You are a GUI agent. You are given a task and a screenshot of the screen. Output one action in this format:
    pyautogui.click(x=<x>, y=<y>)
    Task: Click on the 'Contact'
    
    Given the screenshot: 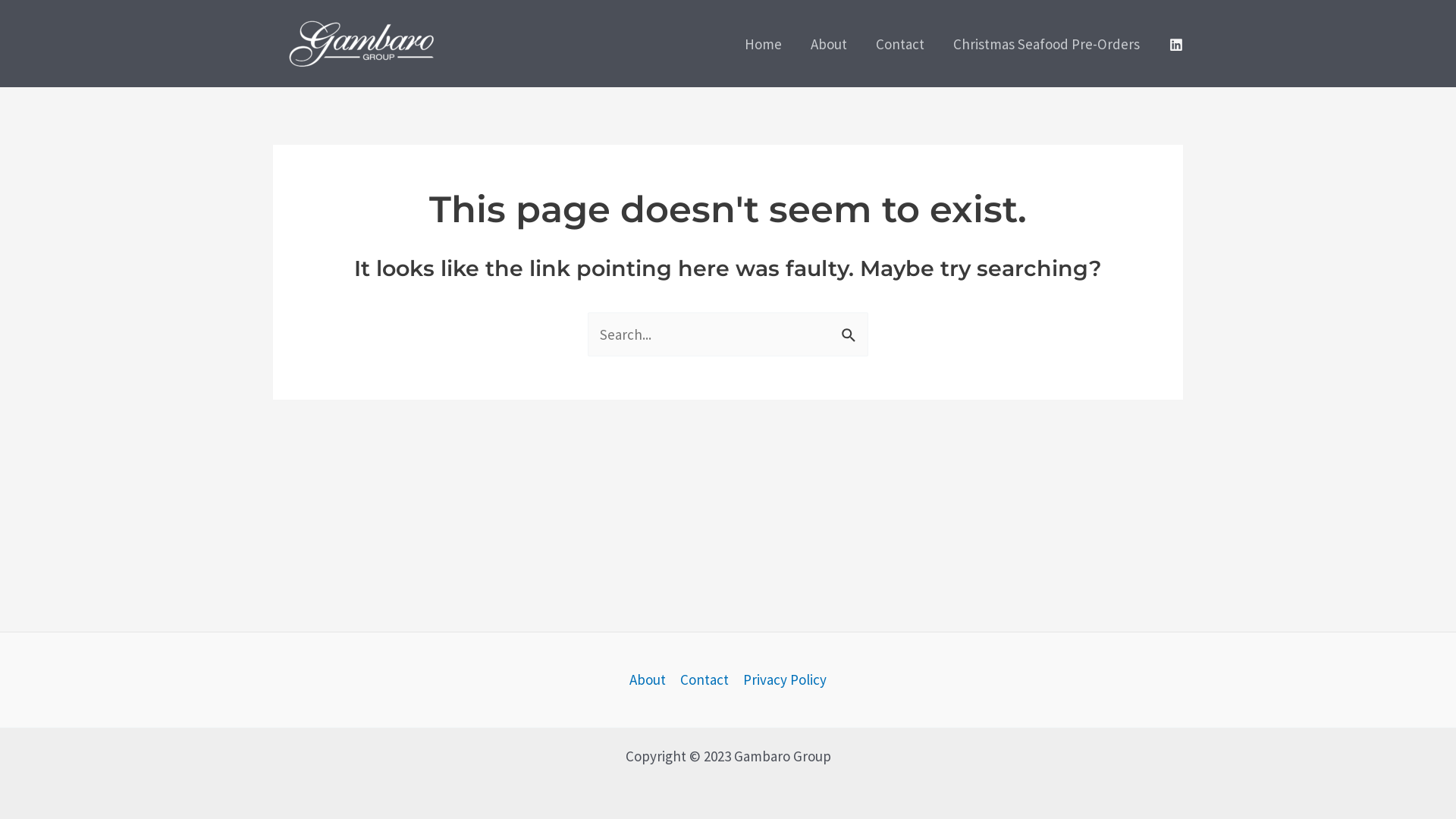 What is the action you would take?
    pyautogui.click(x=899, y=42)
    